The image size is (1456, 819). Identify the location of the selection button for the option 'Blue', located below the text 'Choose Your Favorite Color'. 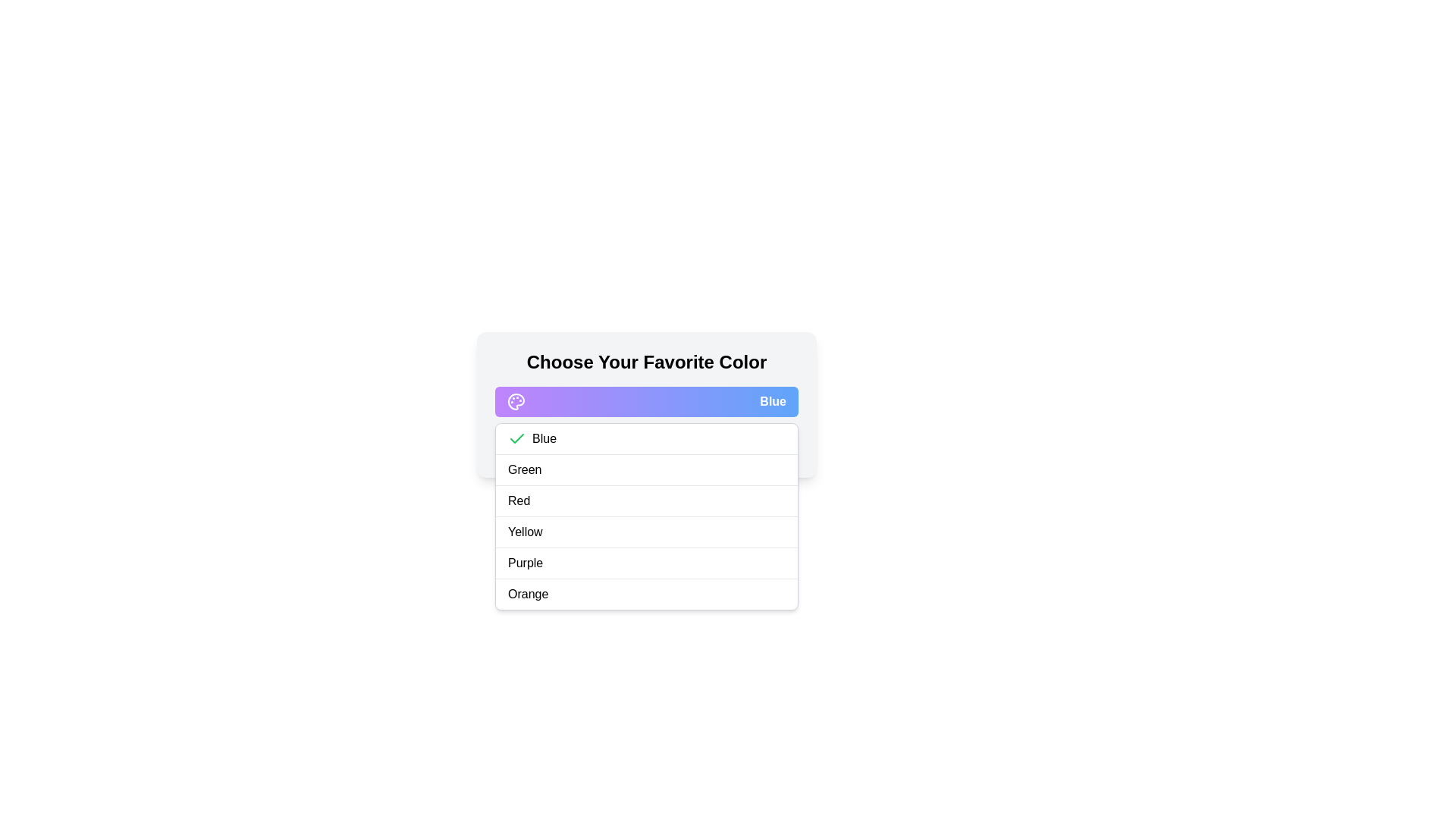
(647, 400).